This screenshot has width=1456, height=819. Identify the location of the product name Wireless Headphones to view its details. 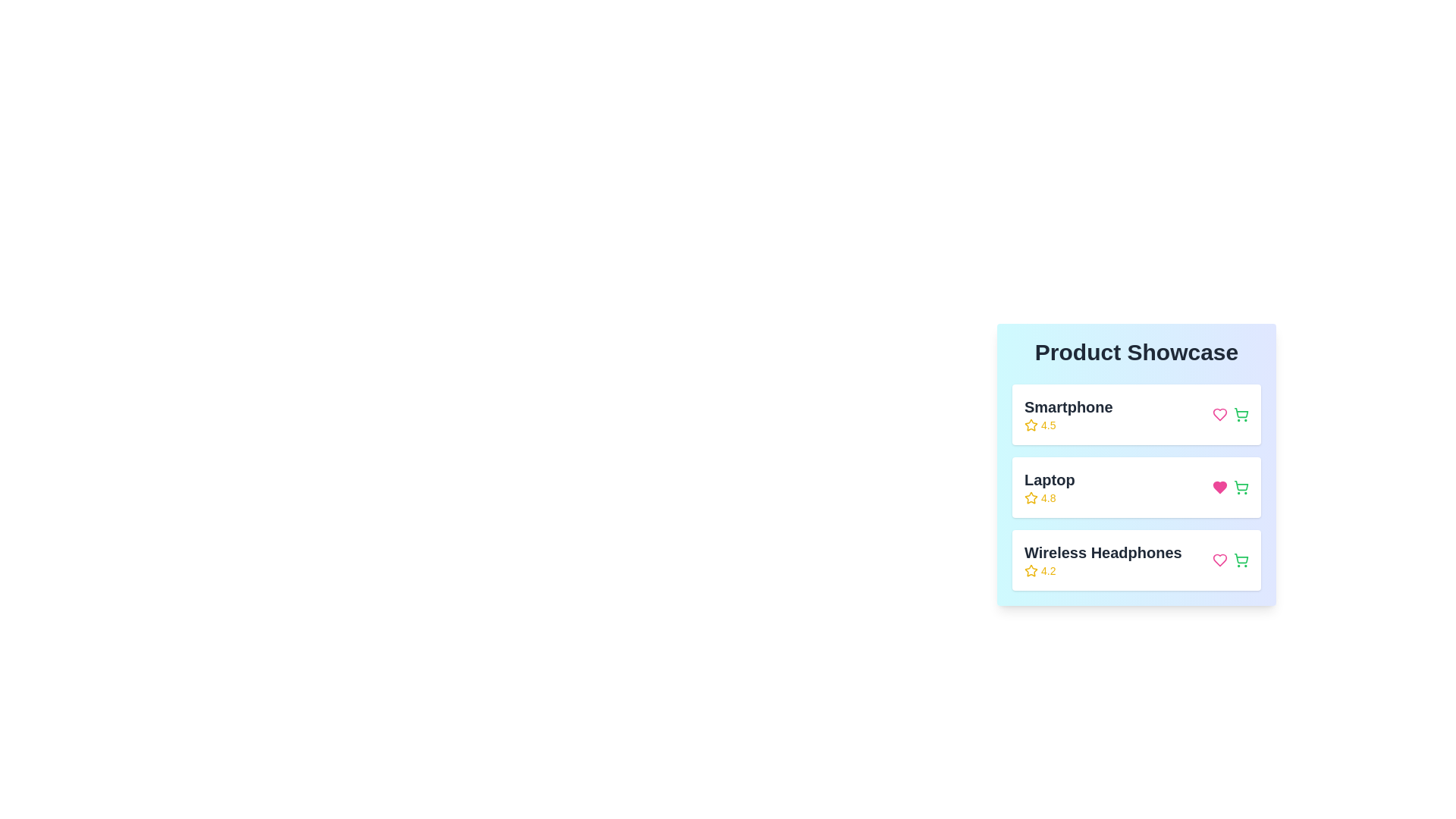
(1103, 560).